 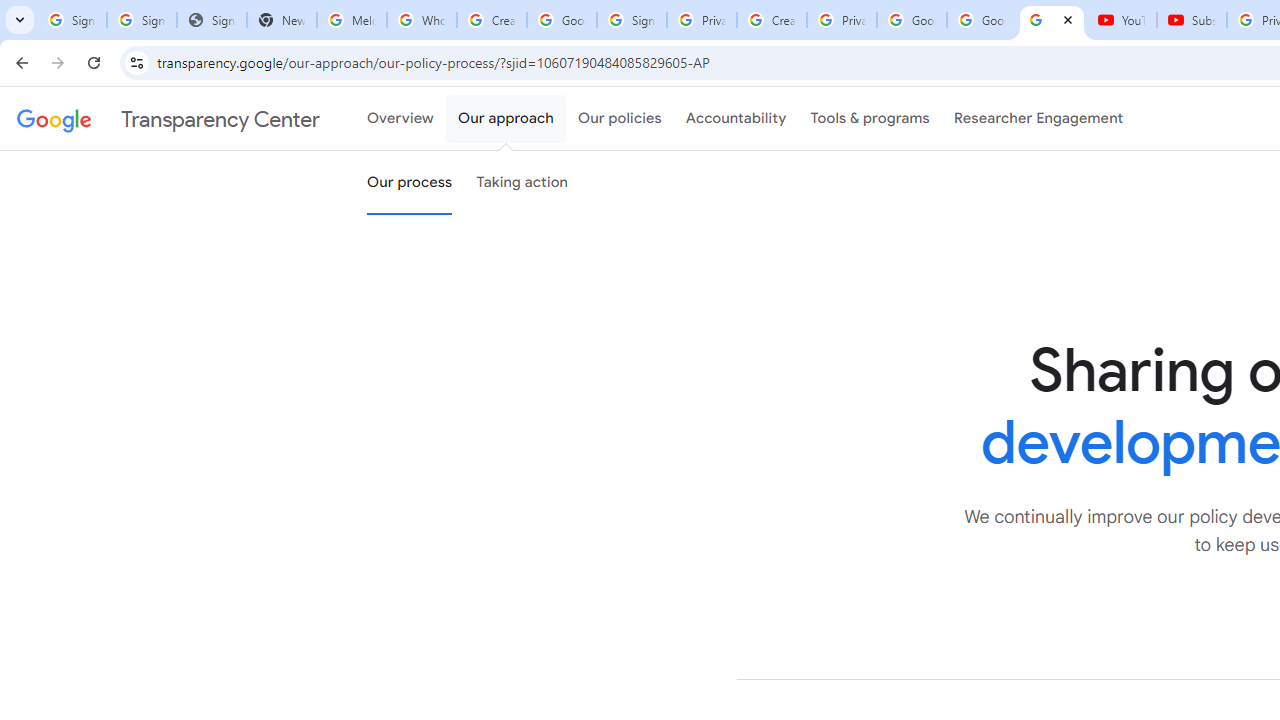 What do you see at coordinates (735, 119) in the screenshot?
I see `'Accountability'` at bounding box center [735, 119].